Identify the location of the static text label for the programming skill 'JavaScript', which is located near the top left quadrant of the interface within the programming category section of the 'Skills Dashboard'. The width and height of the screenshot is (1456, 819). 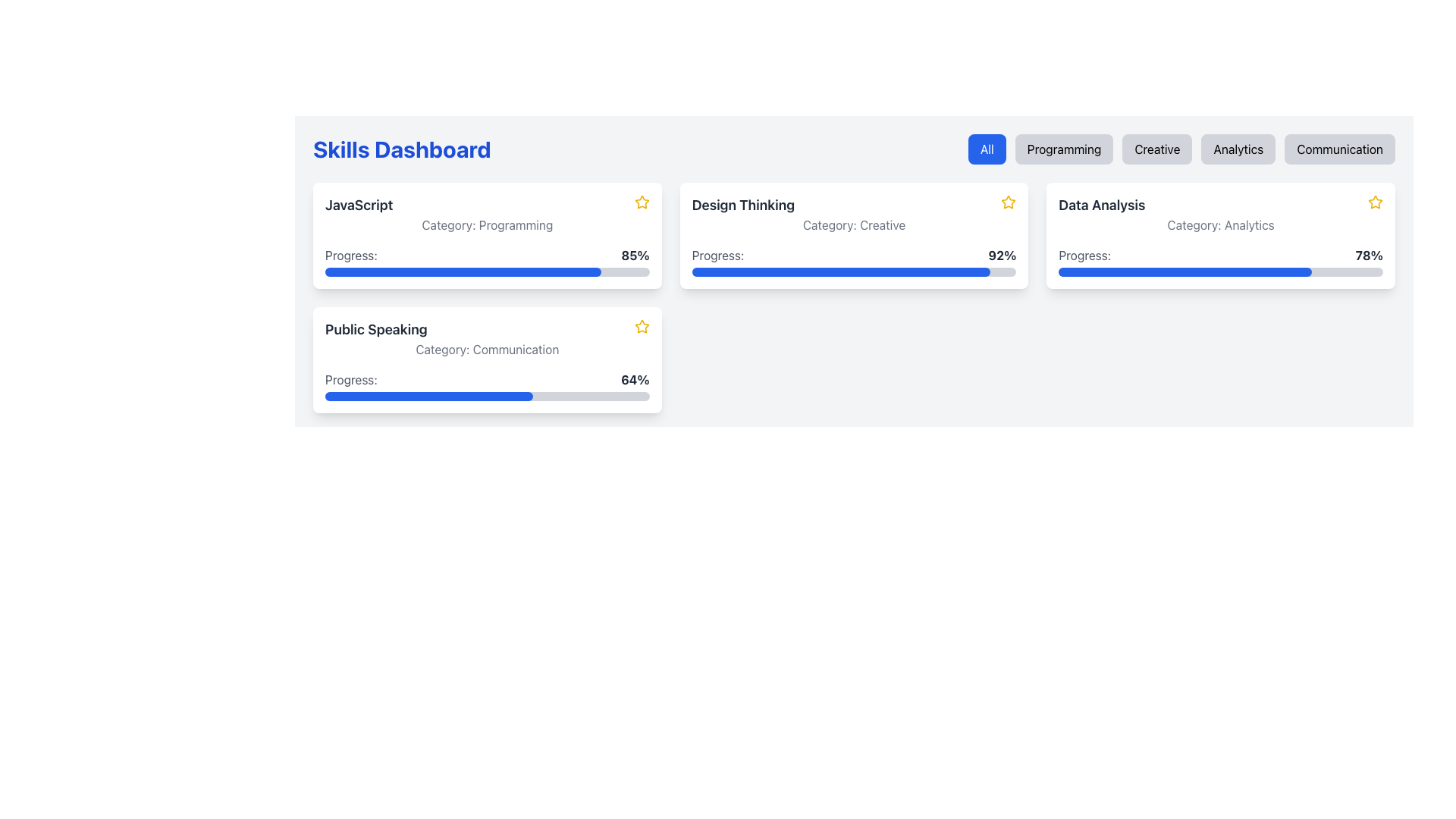
(358, 205).